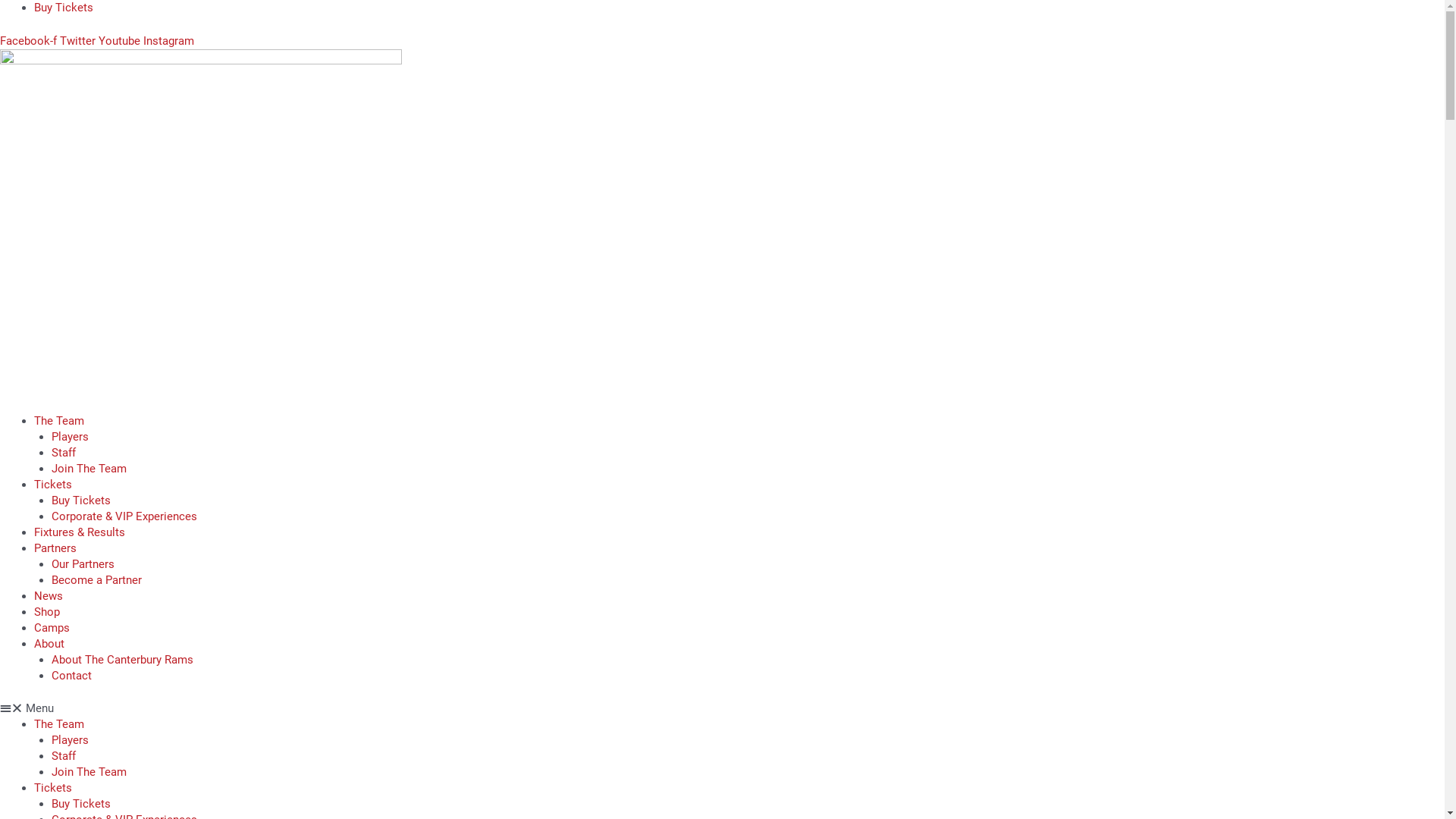 The height and width of the screenshot is (819, 1456). What do you see at coordinates (33, 531) in the screenshot?
I see `'Fixtures & Results'` at bounding box center [33, 531].